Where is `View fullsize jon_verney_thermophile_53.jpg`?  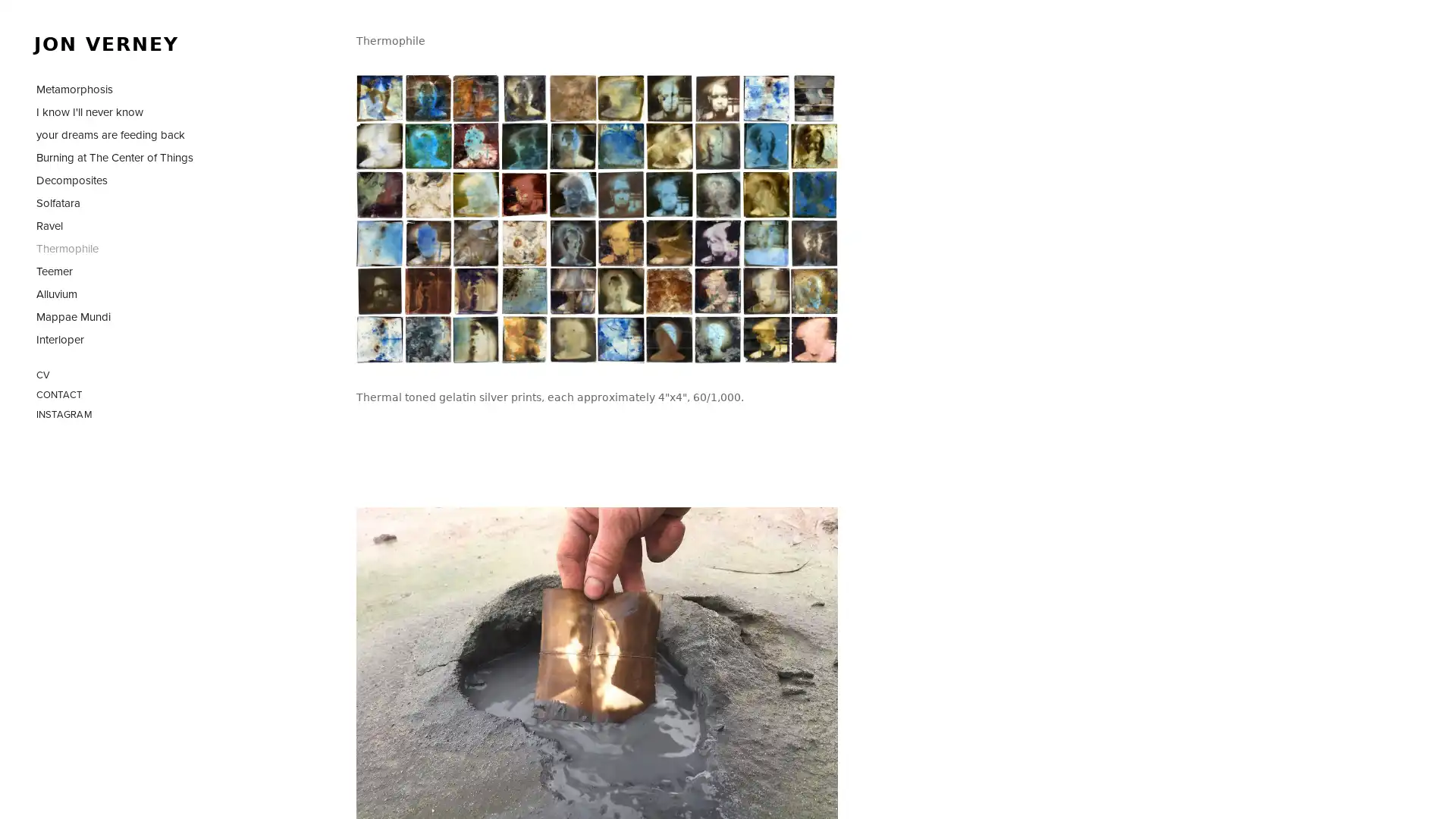
View fullsize jon_verney_thermophile_53.jpg is located at coordinates (813, 242).